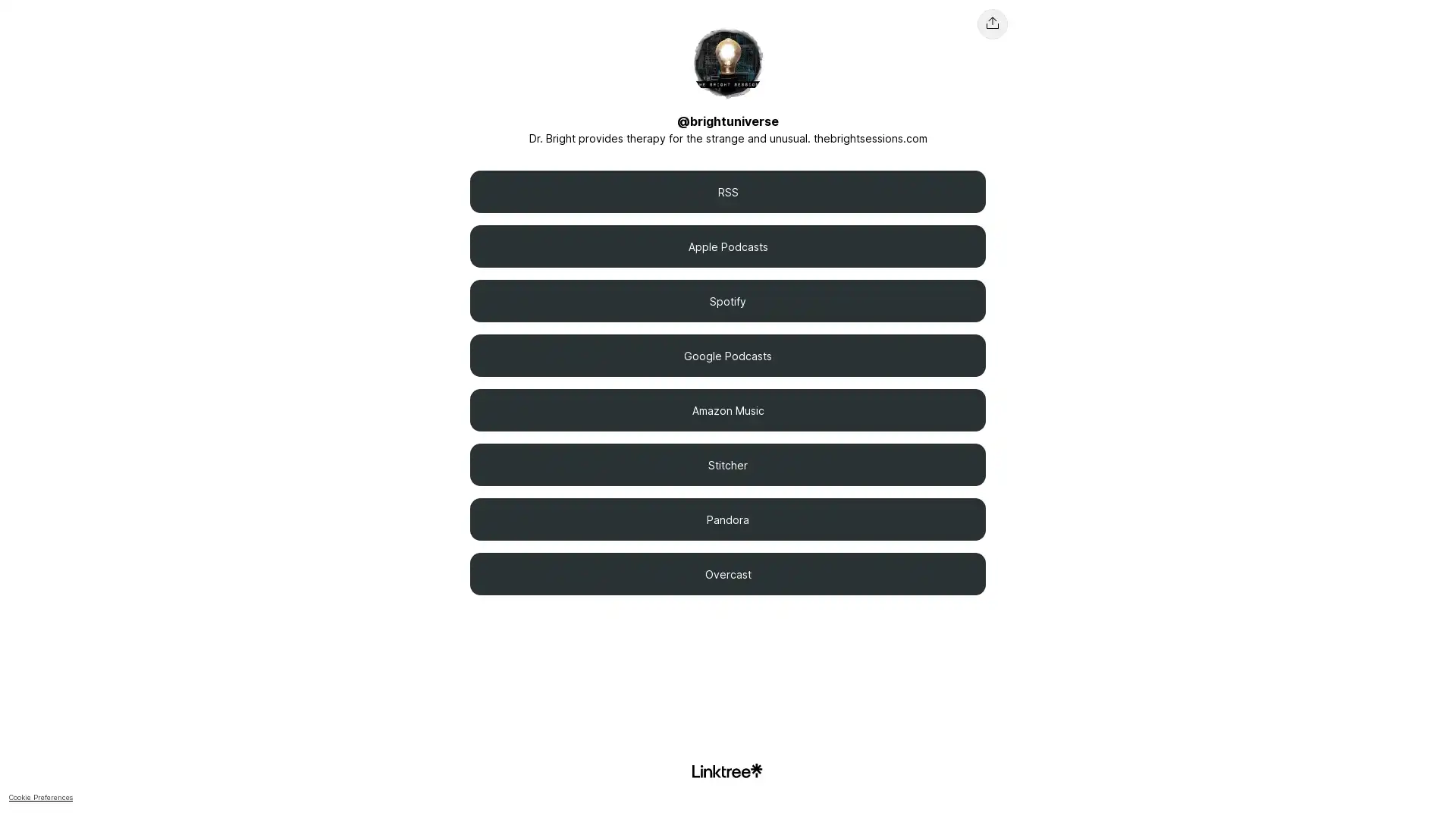 The height and width of the screenshot is (819, 1456). Describe the element at coordinates (40, 796) in the screenshot. I see `Cookie Preferences` at that location.